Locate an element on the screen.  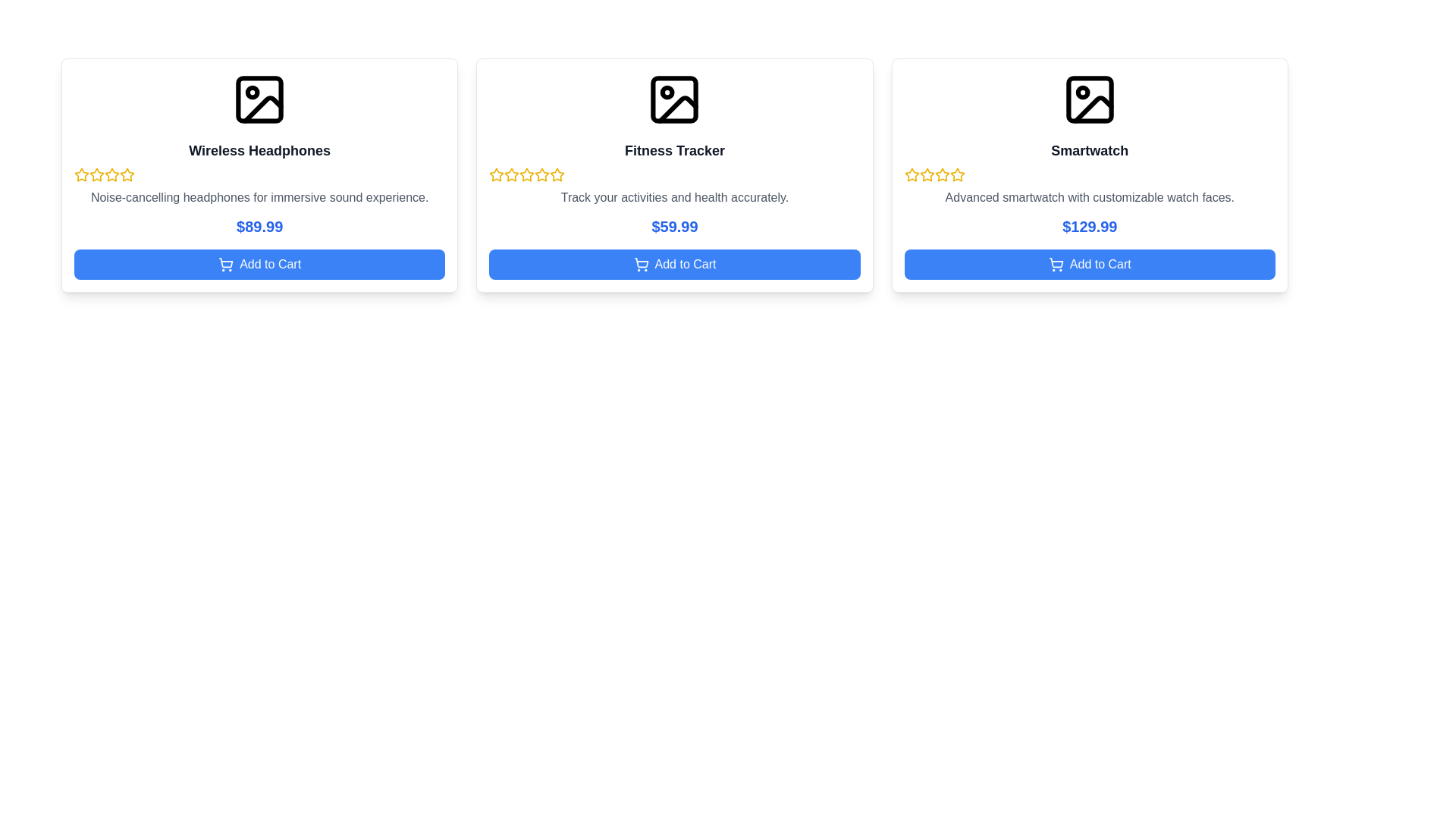
the small rectangular decorative graphical element with rounded corners located at the center-top of the 'Fitness Tracker' card is located at coordinates (673, 99).